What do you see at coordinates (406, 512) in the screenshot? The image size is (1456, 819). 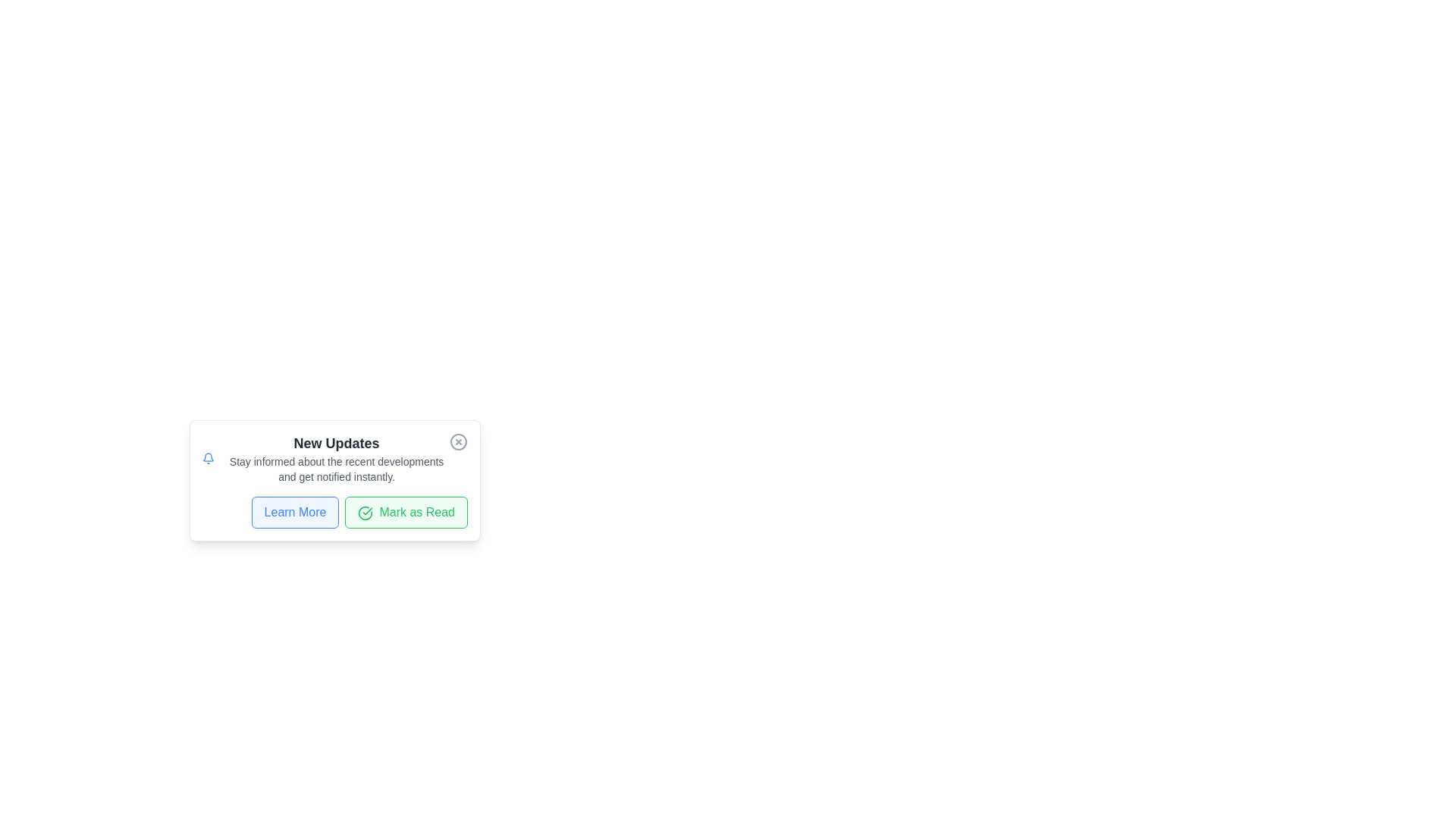 I see `the 'Mark as Read' button with rounded corners, green border, and light green background for keyboard interaction` at bounding box center [406, 512].